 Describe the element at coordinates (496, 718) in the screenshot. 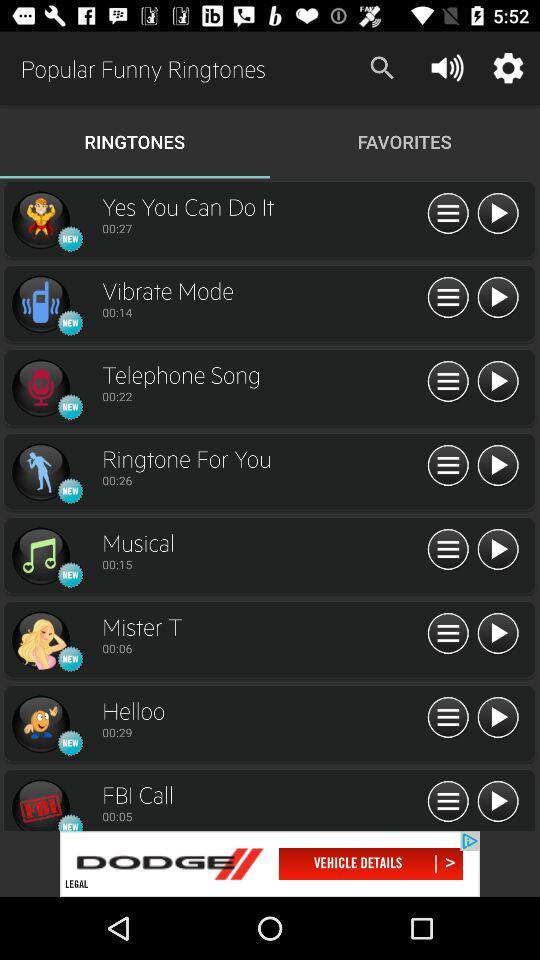

I see `ringtone play button` at that location.